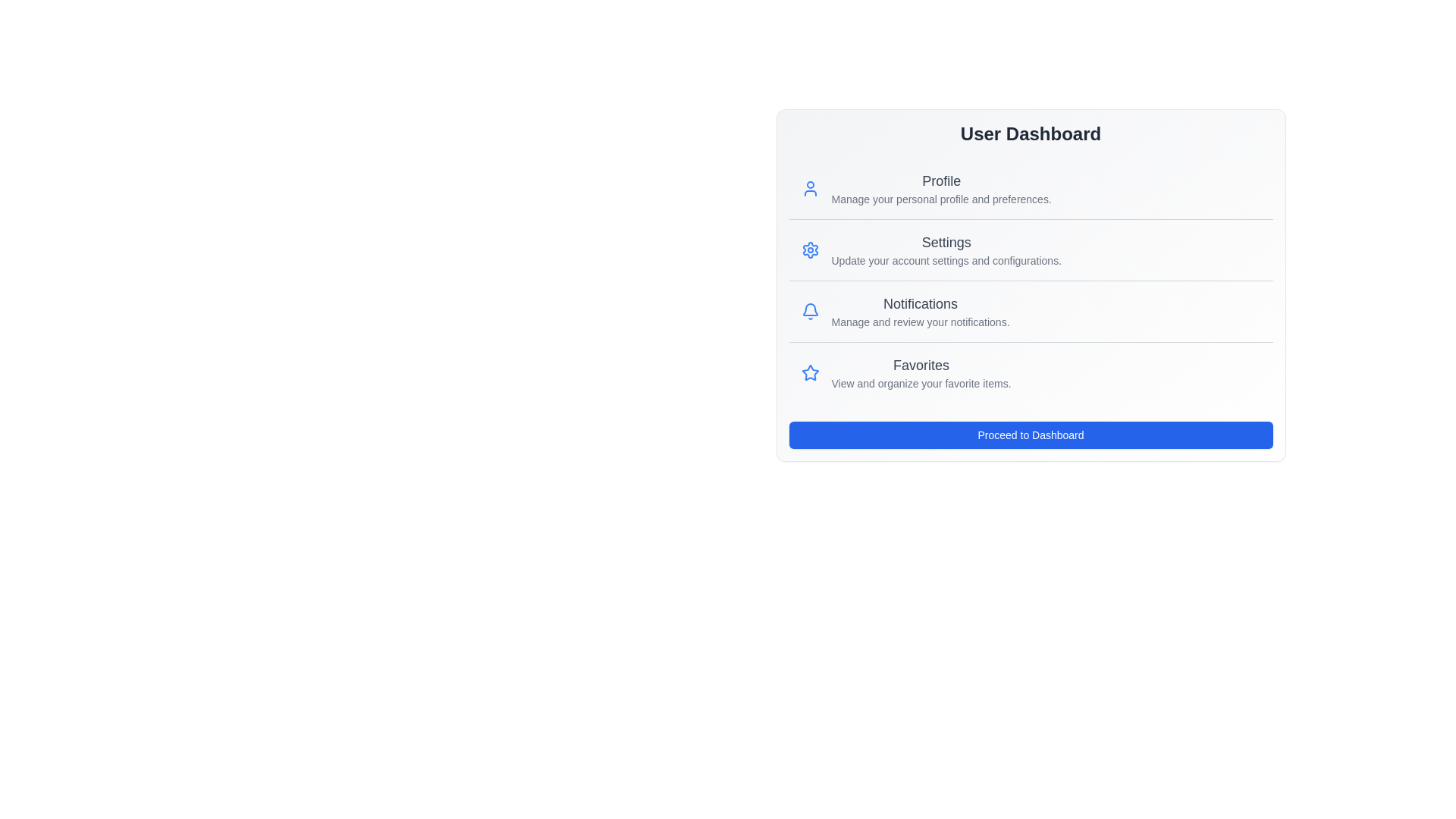  Describe the element at coordinates (920, 321) in the screenshot. I see `the descriptive Text Label located below the 'Notifications' header in the 'User Dashboard' section` at that location.